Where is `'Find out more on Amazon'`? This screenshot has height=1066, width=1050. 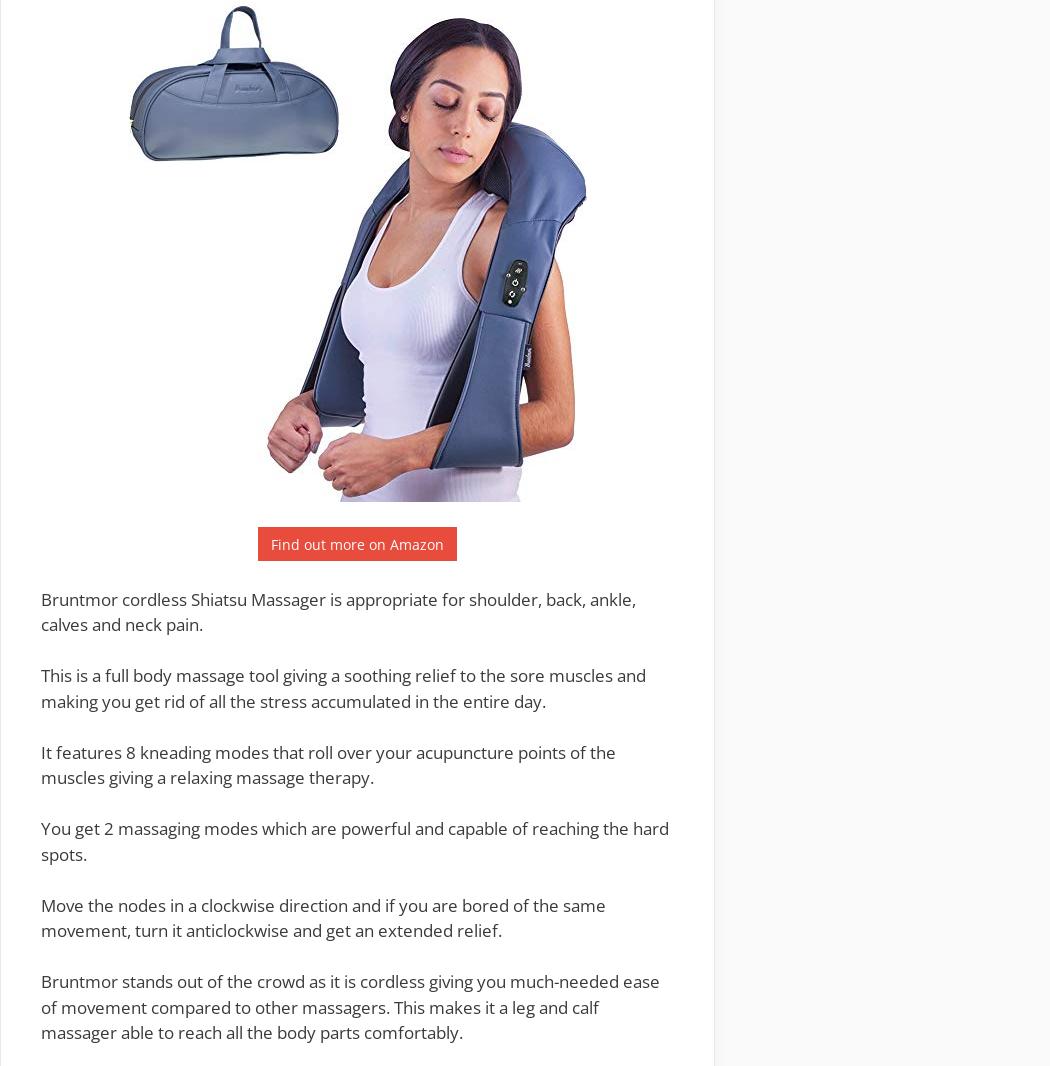 'Find out more on Amazon' is located at coordinates (356, 543).